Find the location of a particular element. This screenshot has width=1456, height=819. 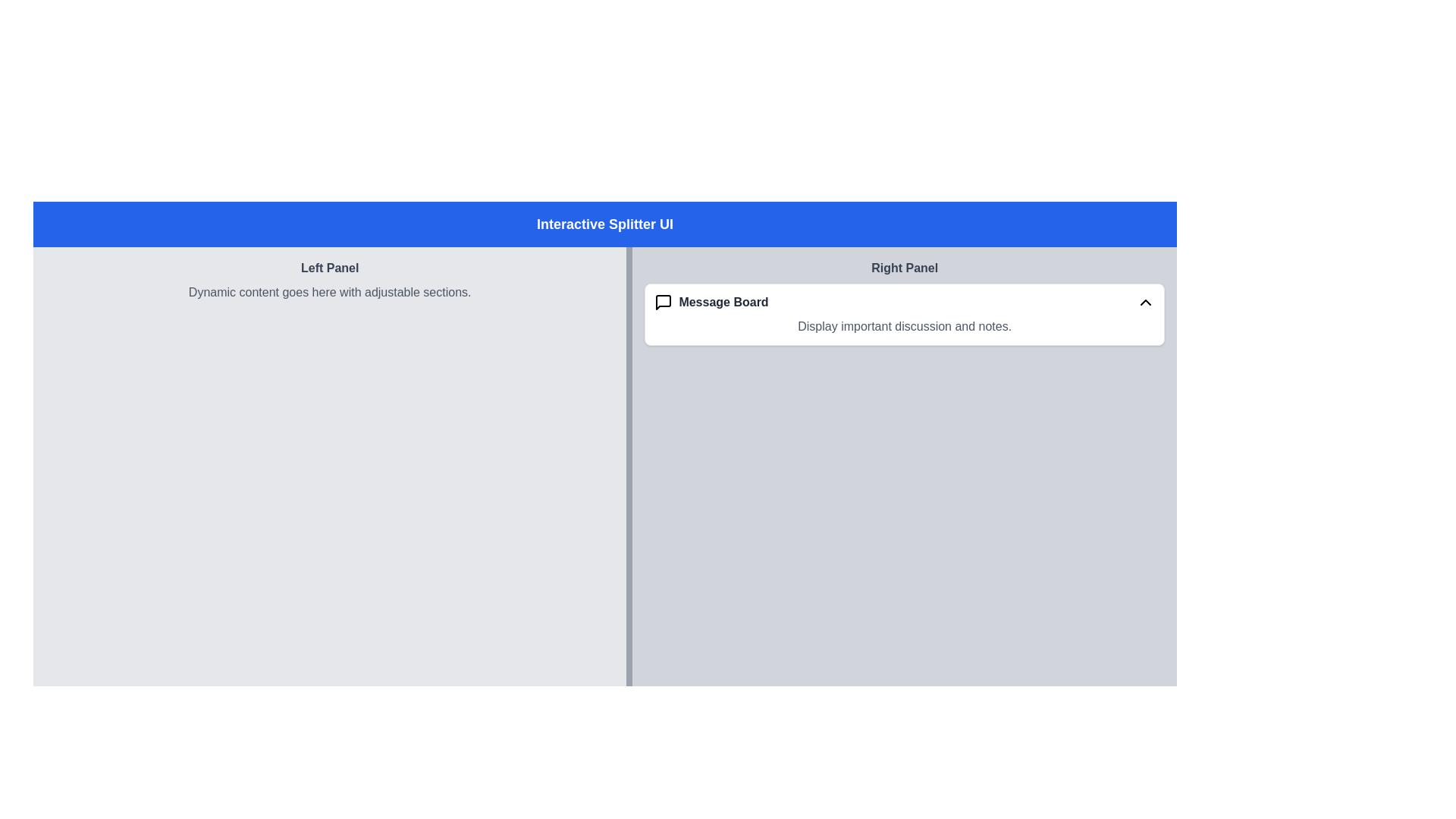

the icon located in the 'Message Board' card, which serves as a visual representation for message or comment categories, positioned on the left side of the title text is located at coordinates (664, 302).